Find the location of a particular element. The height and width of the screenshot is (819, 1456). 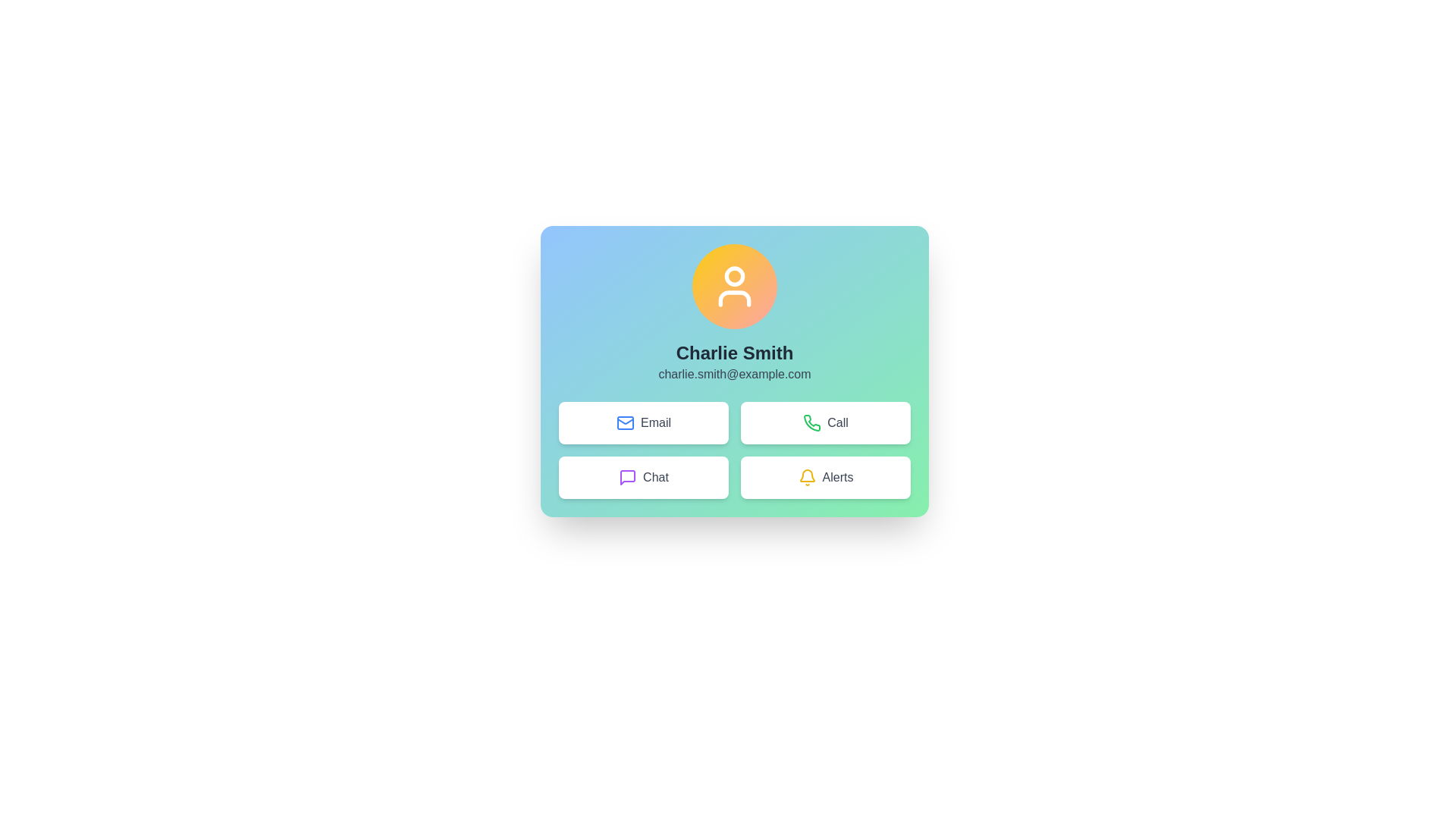

the circular Icon Button with a gradient background transitioning from yellow to red, which features a white user icon inside is located at coordinates (735, 287).